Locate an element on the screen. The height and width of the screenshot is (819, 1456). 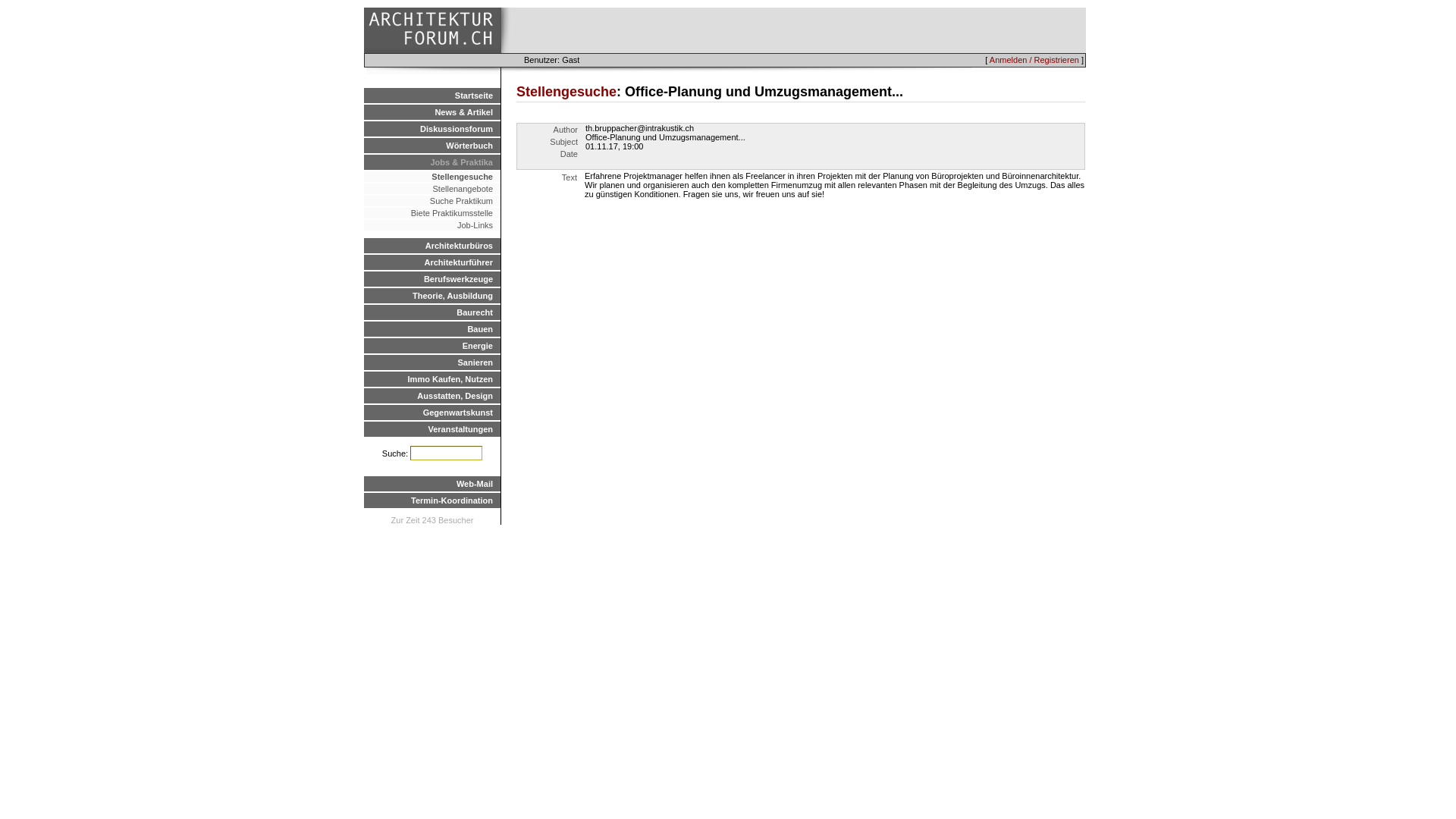
'Sanieren' is located at coordinates (431, 362).